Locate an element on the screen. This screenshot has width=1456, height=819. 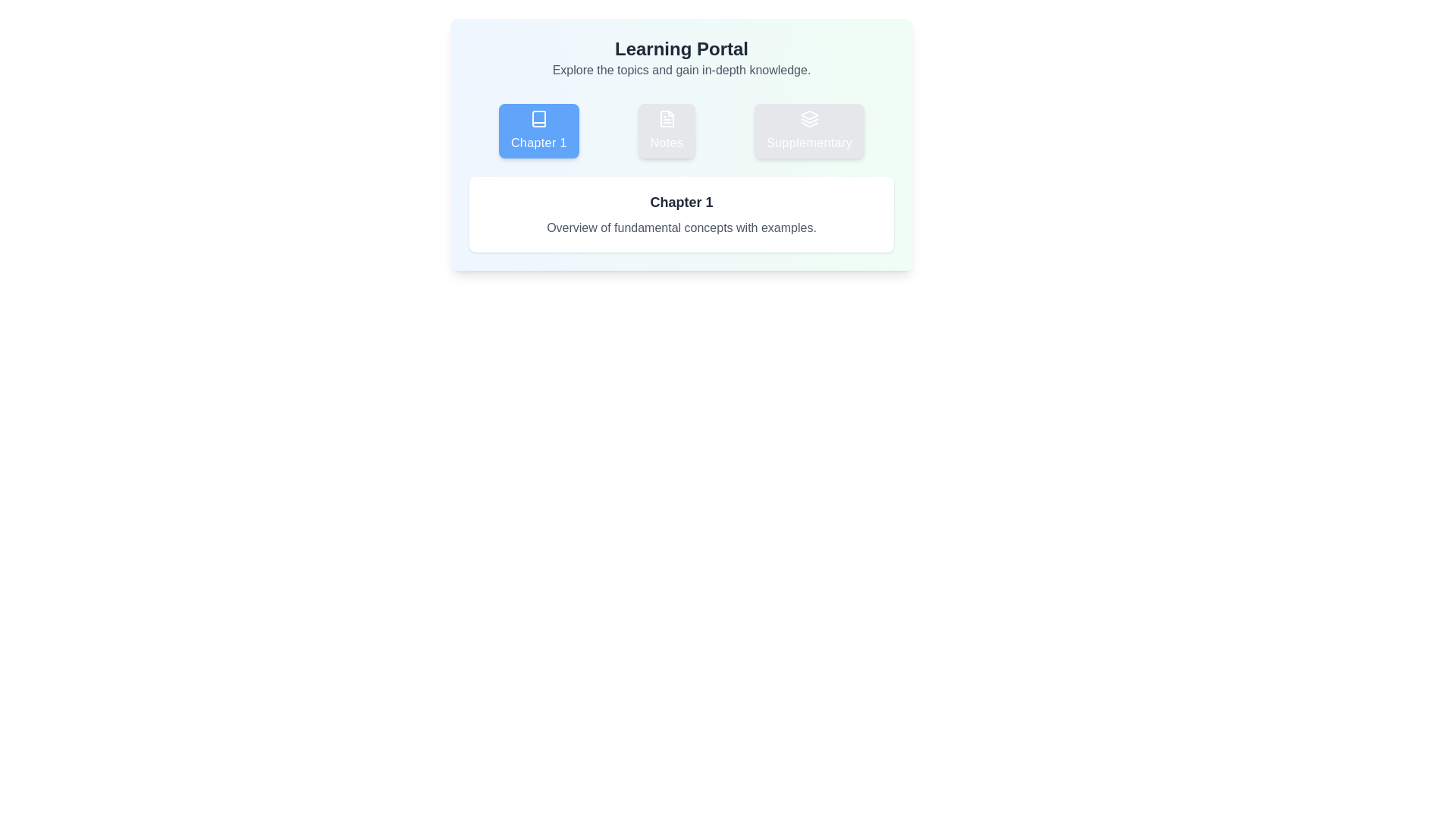
descriptive text that provides additional information about the chapter's contents, positioned below 'Chapter 1' is located at coordinates (680, 227).